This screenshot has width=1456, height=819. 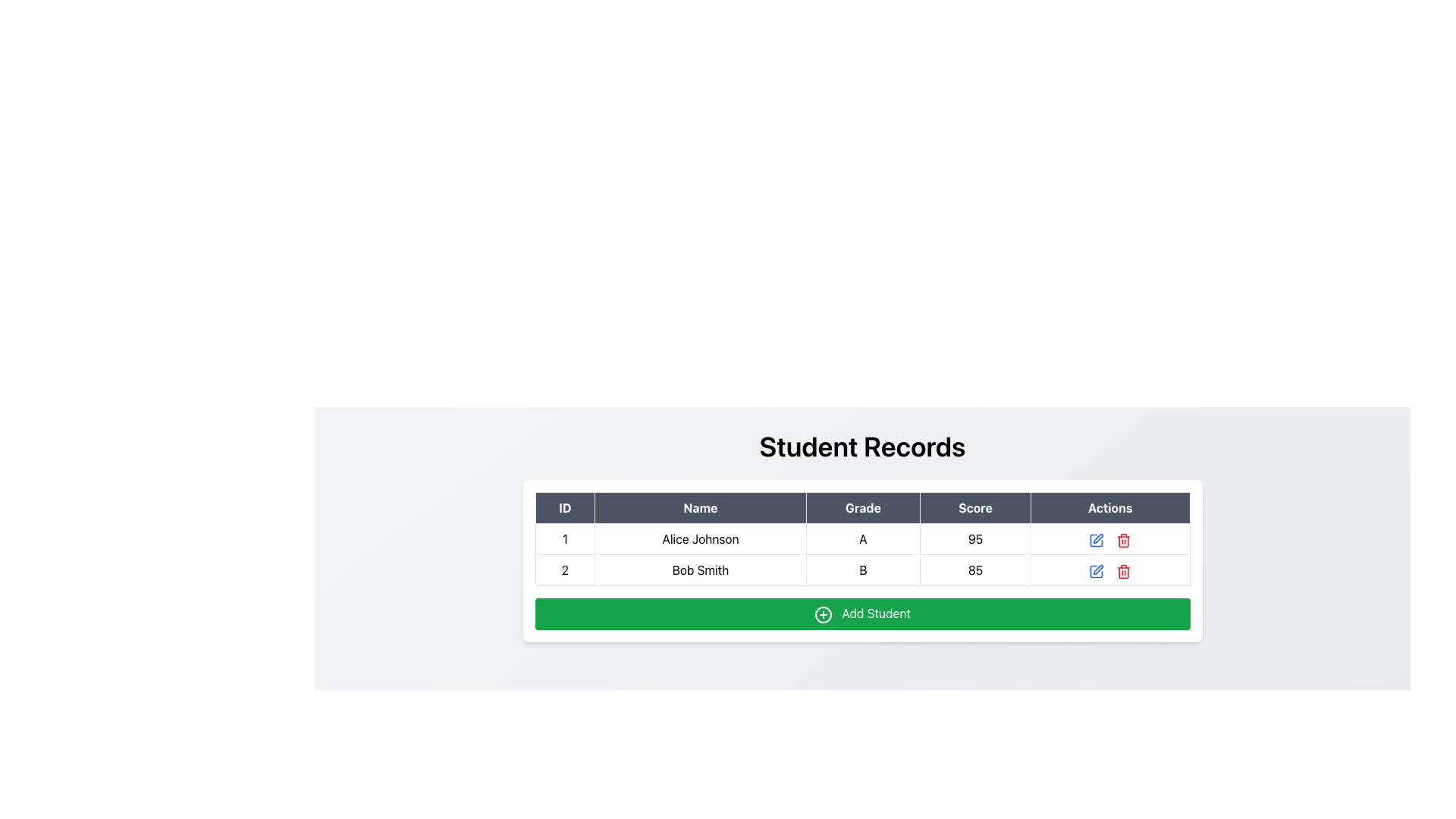 I want to click on the label in the second row of the table under the 'ID' column, which serves as an identifier for the second entry, so click(x=564, y=570).